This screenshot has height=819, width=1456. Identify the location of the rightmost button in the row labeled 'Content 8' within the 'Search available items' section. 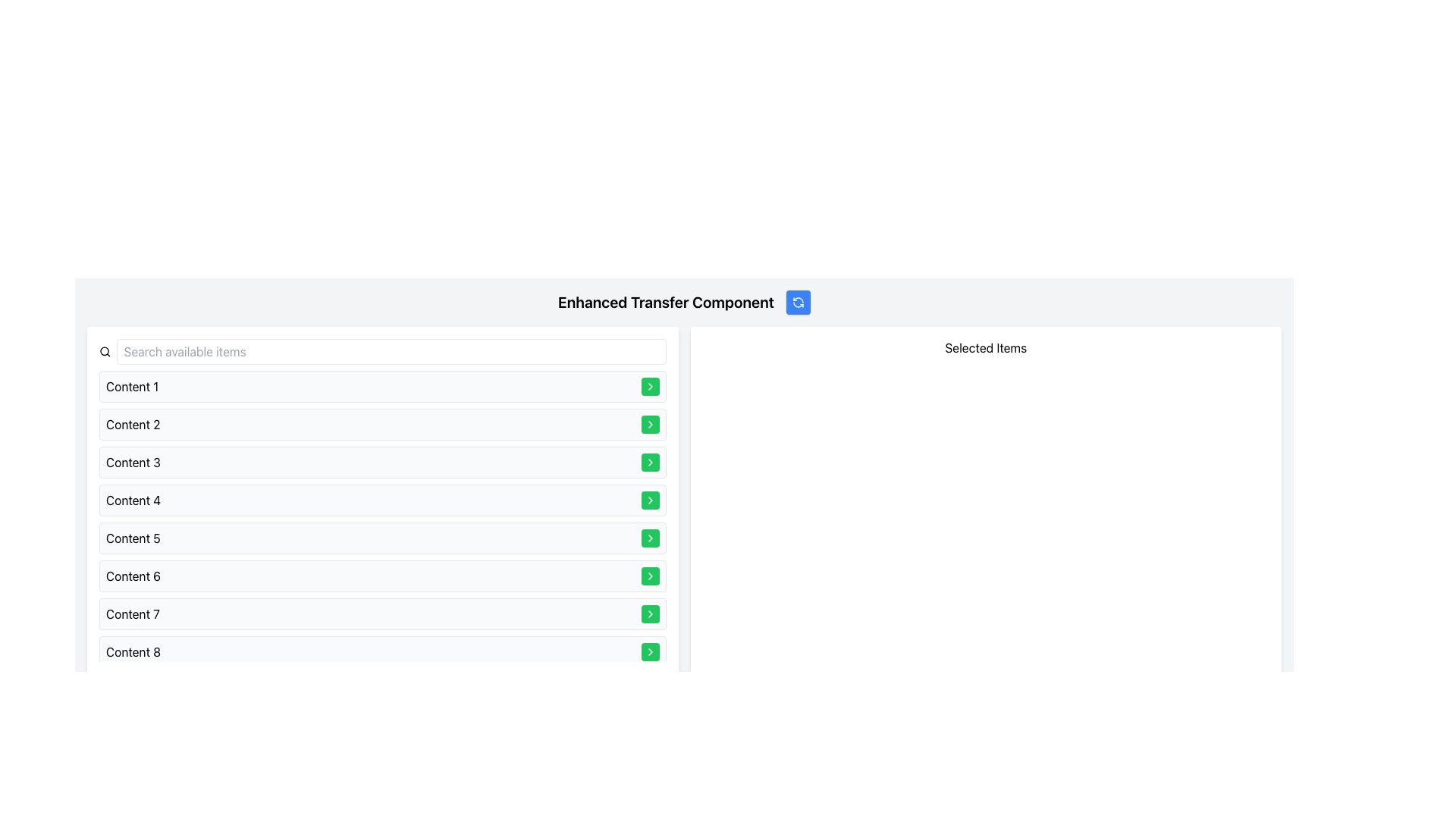
(650, 651).